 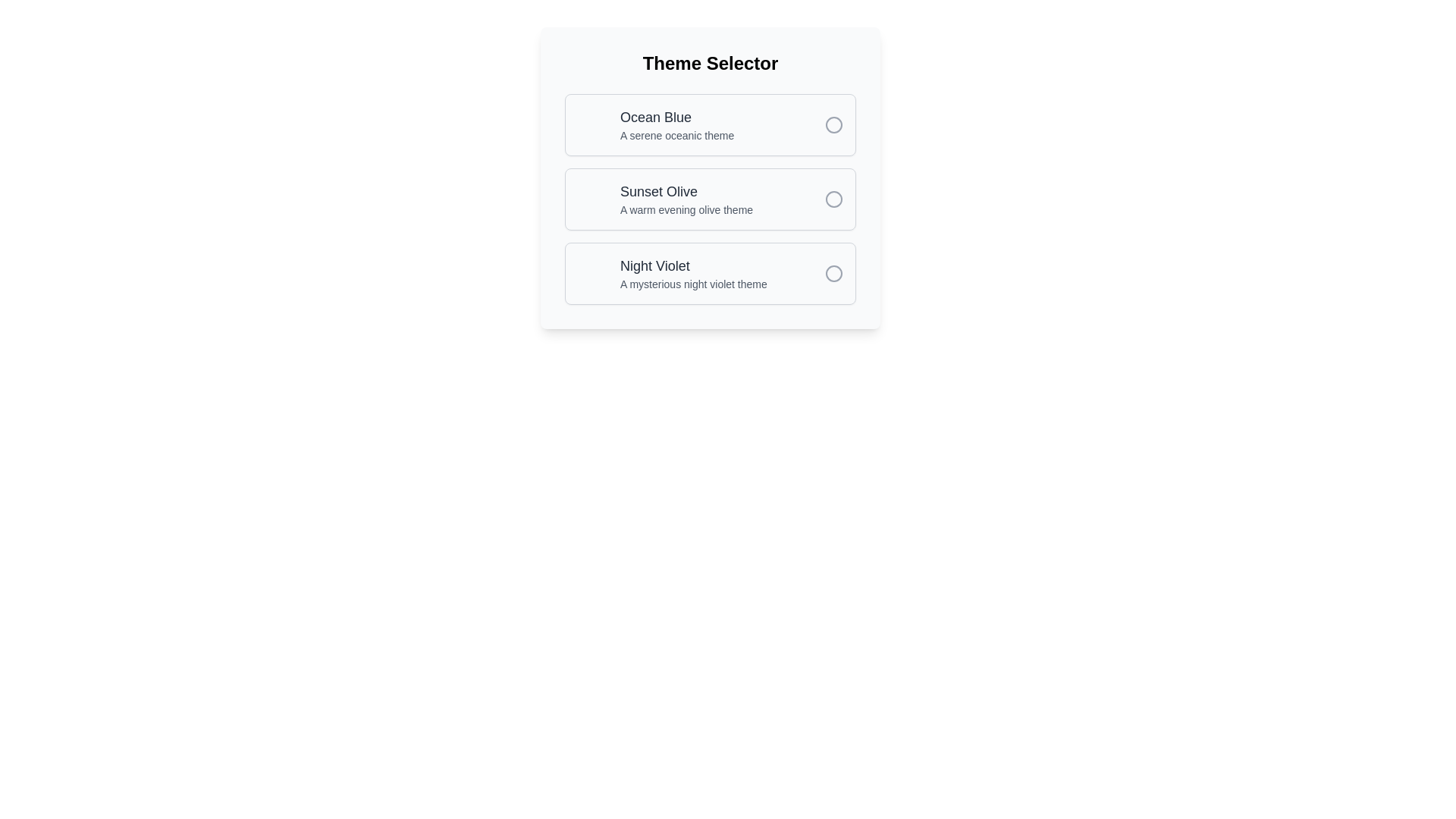 What do you see at coordinates (592, 274) in the screenshot?
I see `the purple circular icon located on the left side of the 'Night Violet' section in the 'Theme Selector' interface` at bounding box center [592, 274].